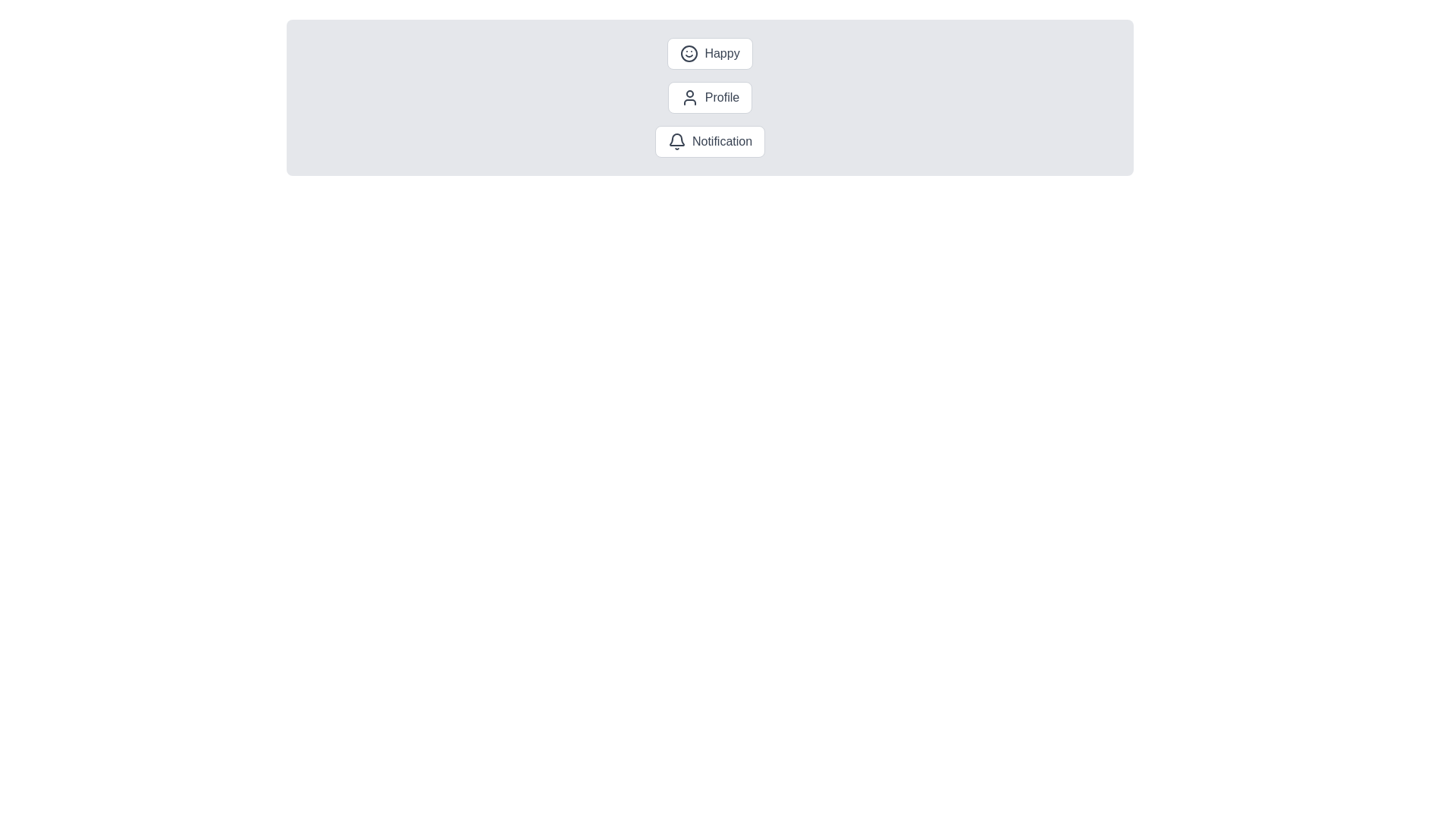 The height and width of the screenshot is (819, 1456). I want to click on the chip labeled Profile to activate it, so click(709, 97).